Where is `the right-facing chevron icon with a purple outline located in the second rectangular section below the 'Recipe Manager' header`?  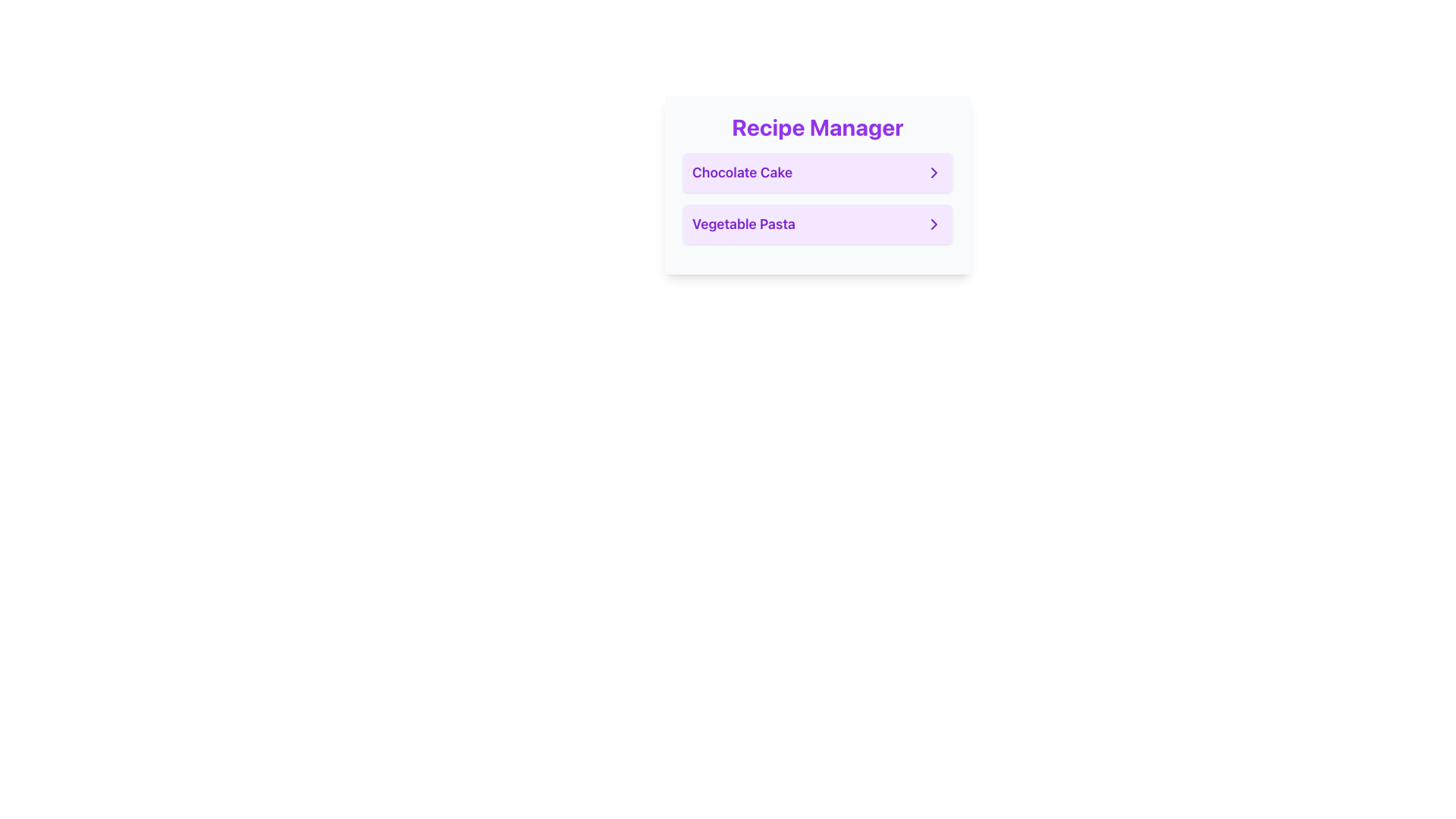 the right-facing chevron icon with a purple outline located in the second rectangular section below the 'Recipe Manager' header is located at coordinates (934, 224).